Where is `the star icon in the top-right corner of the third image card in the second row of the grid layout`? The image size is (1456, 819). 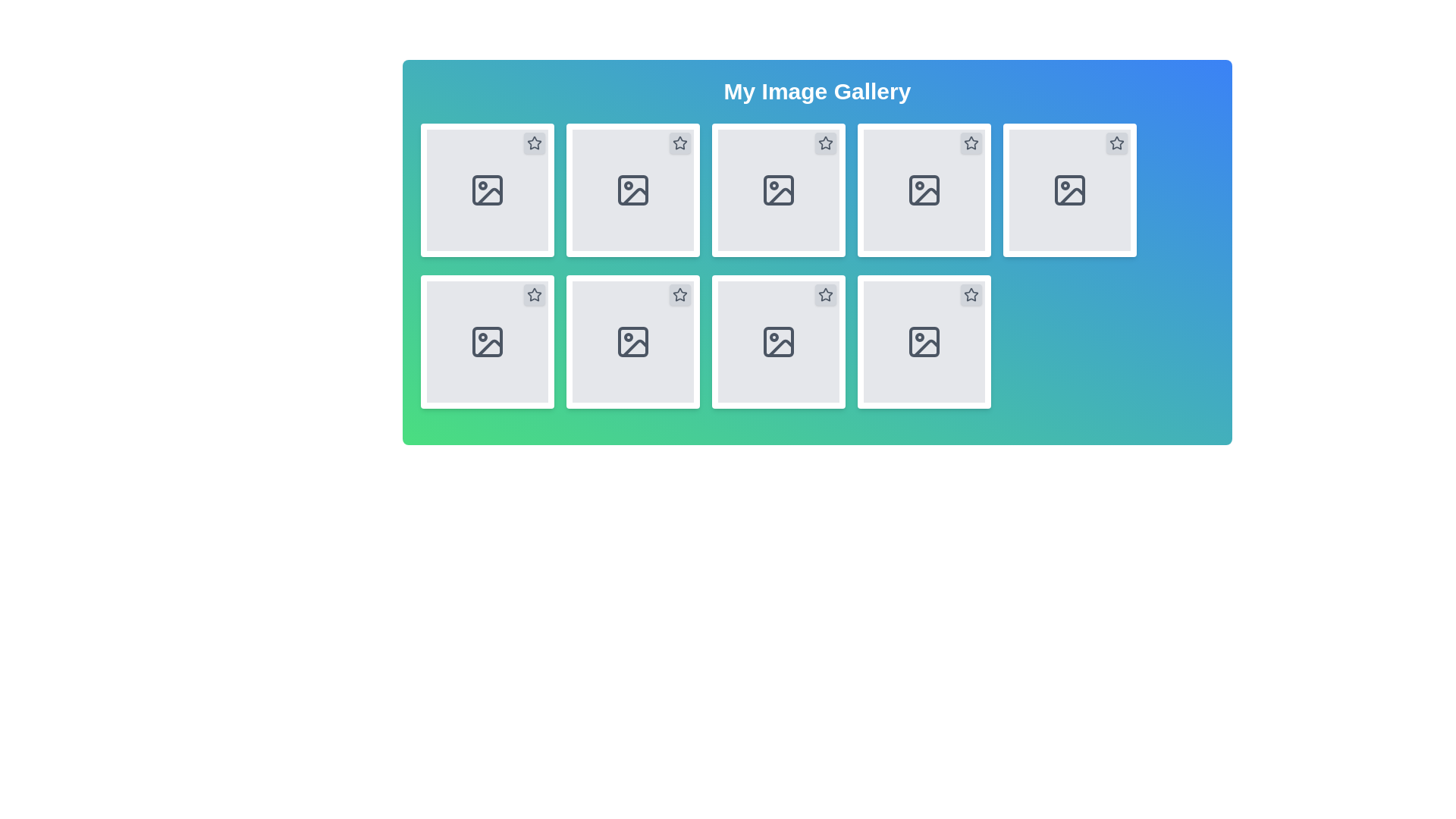 the star icon in the top-right corner of the third image card in the second row of the grid layout is located at coordinates (535, 294).